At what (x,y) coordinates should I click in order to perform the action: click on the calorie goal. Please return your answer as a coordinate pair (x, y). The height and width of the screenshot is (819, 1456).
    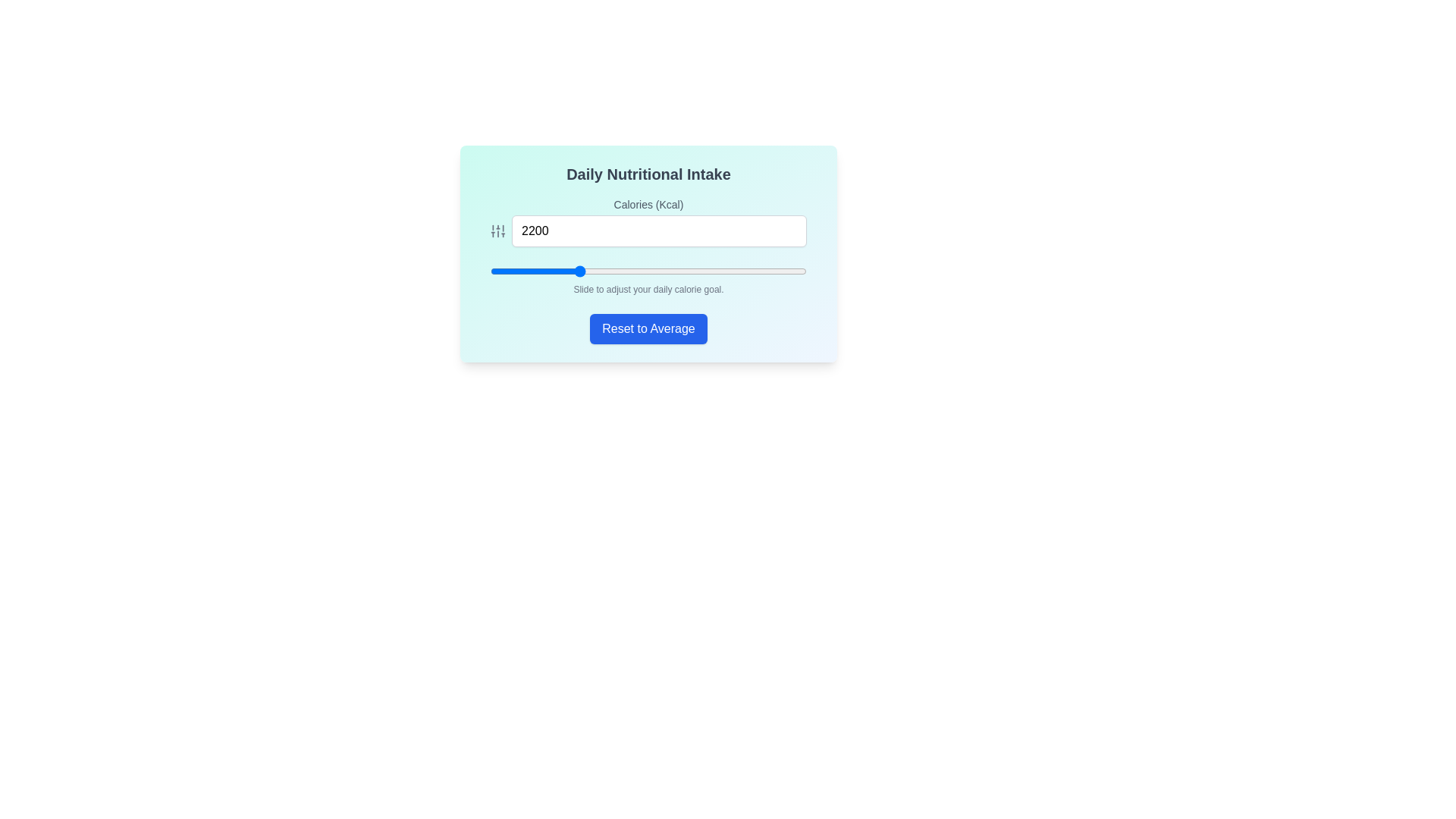
    Looking at the image, I should click on (732, 271).